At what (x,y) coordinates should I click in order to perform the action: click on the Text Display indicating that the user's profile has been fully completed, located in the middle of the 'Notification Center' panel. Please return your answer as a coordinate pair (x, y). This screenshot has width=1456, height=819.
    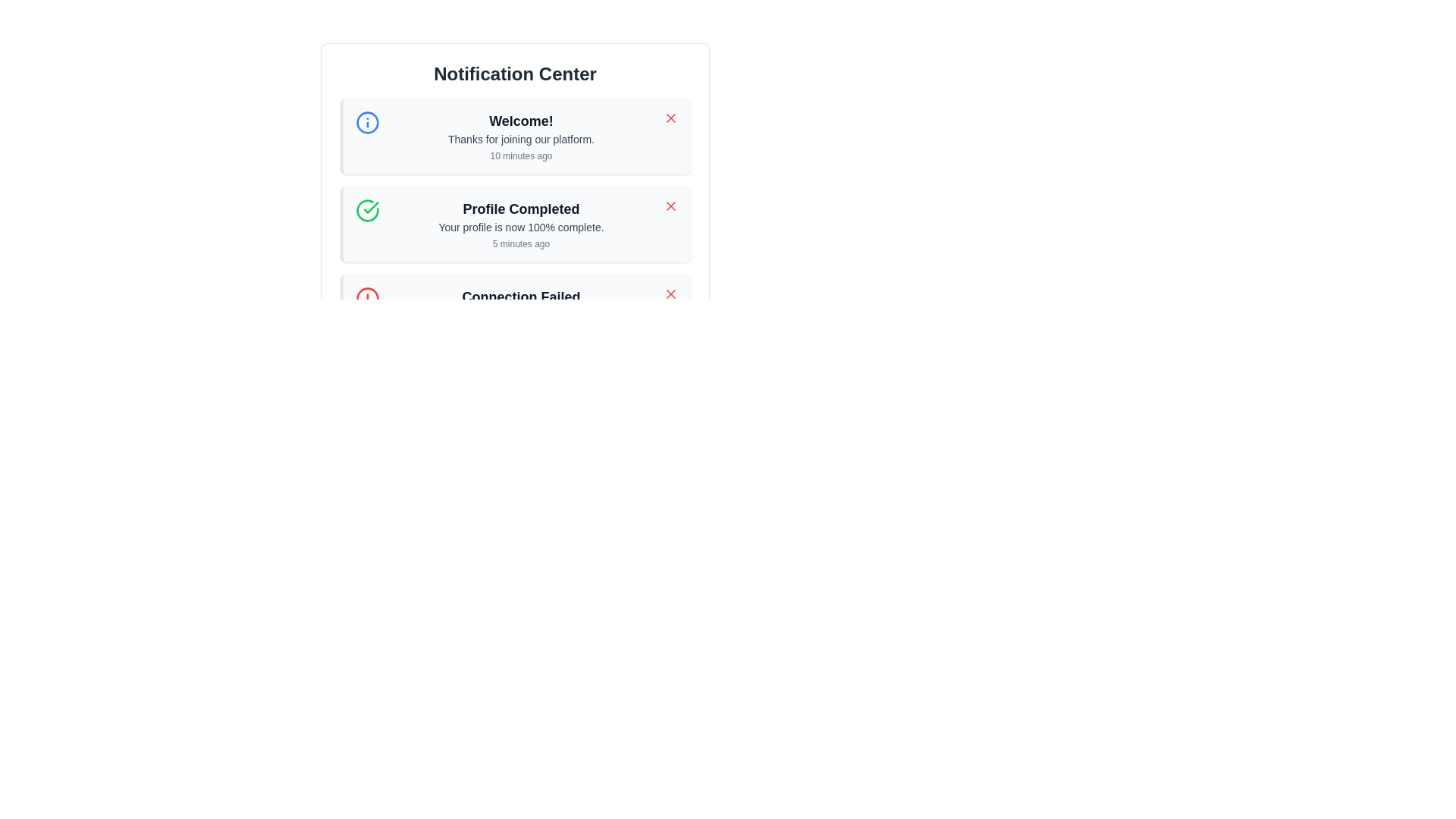
    Looking at the image, I should click on (521, 224).